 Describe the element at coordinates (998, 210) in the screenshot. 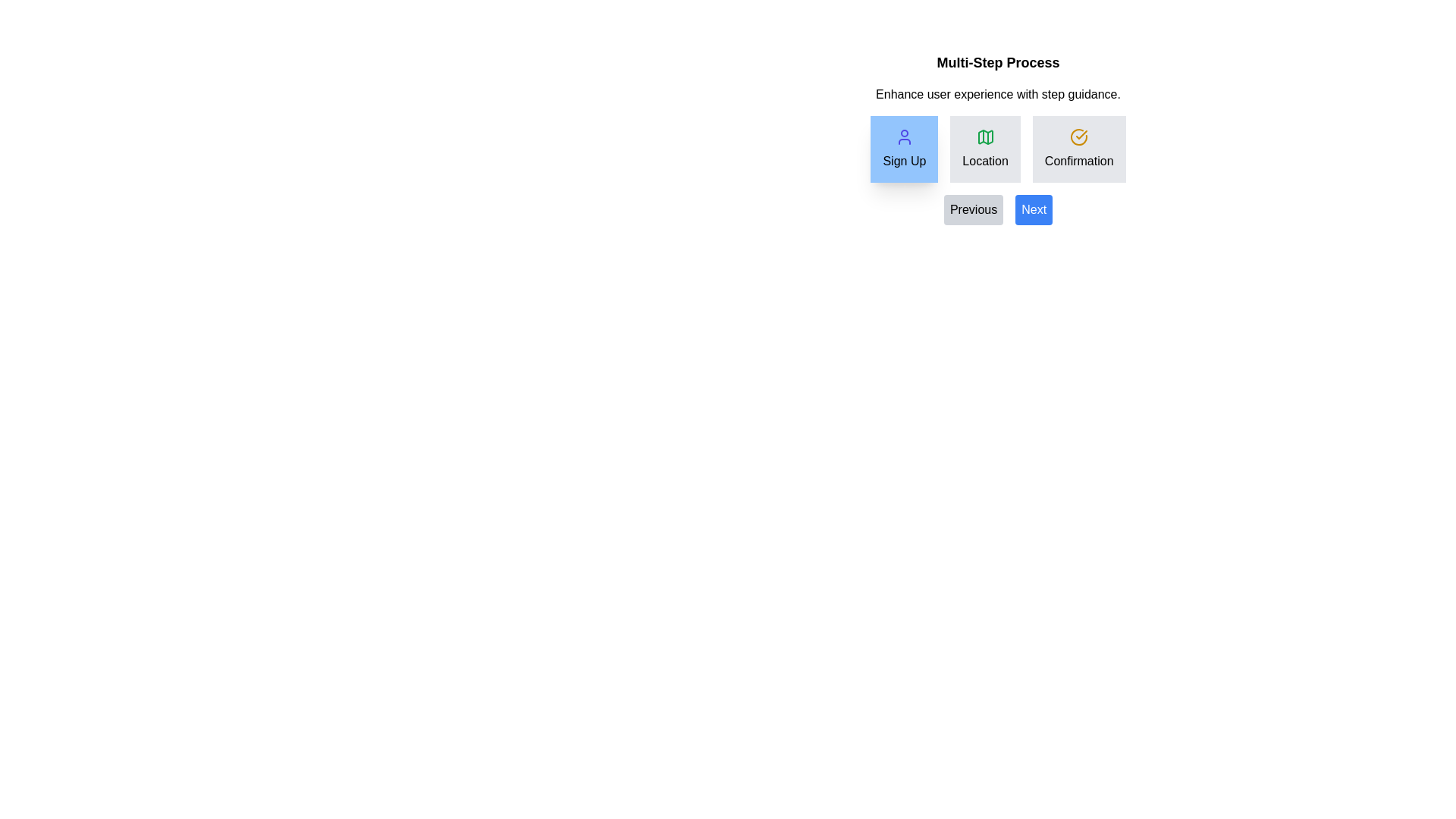

I see `the 'Previous' navigation button located below the 'Sign Up', 'Location', and 'Confirmation' sections to observe a style change` at that location.